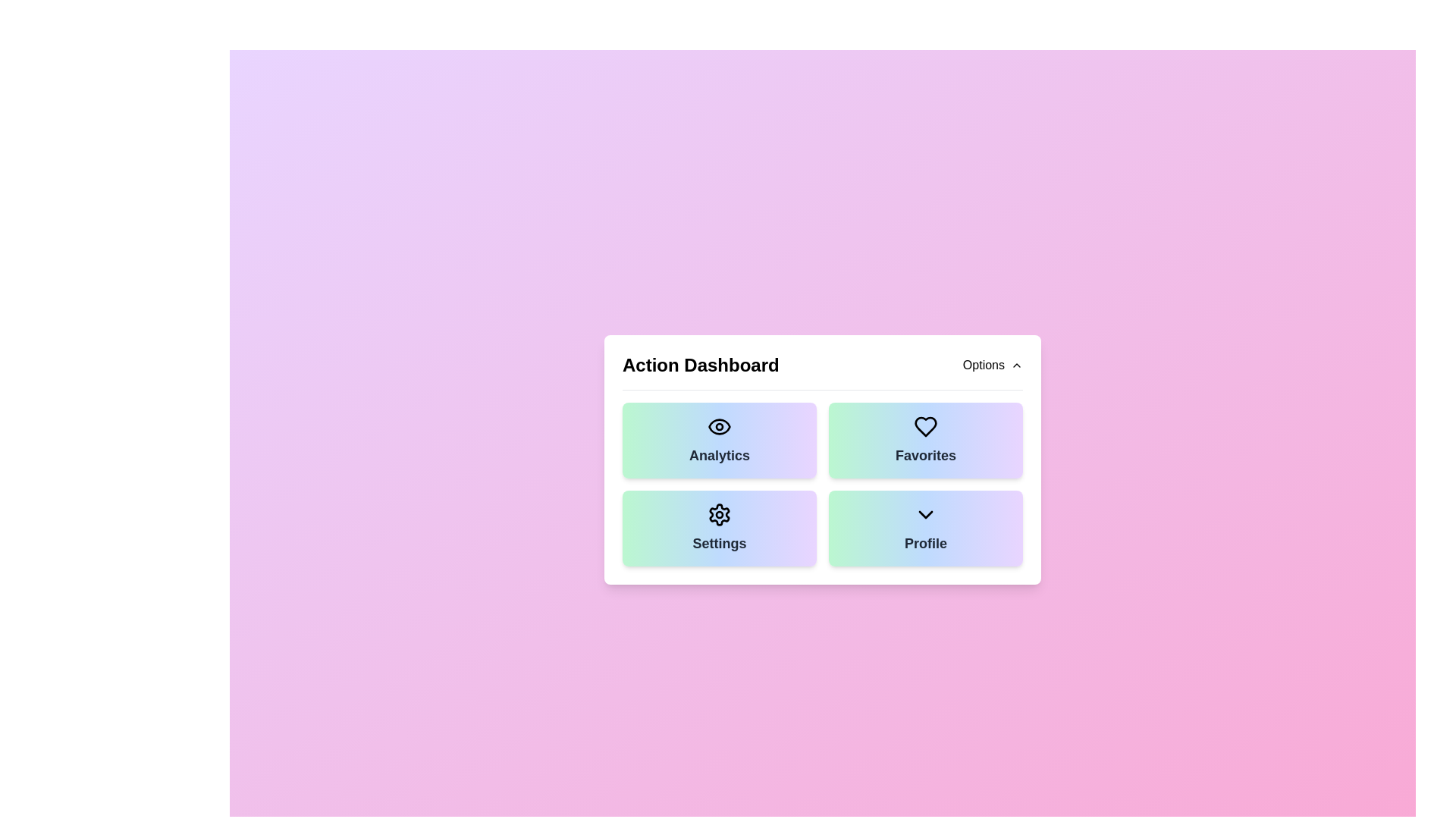 This screenshot has width=1456, height=819. Describe the element at coordinates (719, 513) in the screenshot. I see `the gear-shaped settings icon located in the lower-left side of the grid layout` at that location.